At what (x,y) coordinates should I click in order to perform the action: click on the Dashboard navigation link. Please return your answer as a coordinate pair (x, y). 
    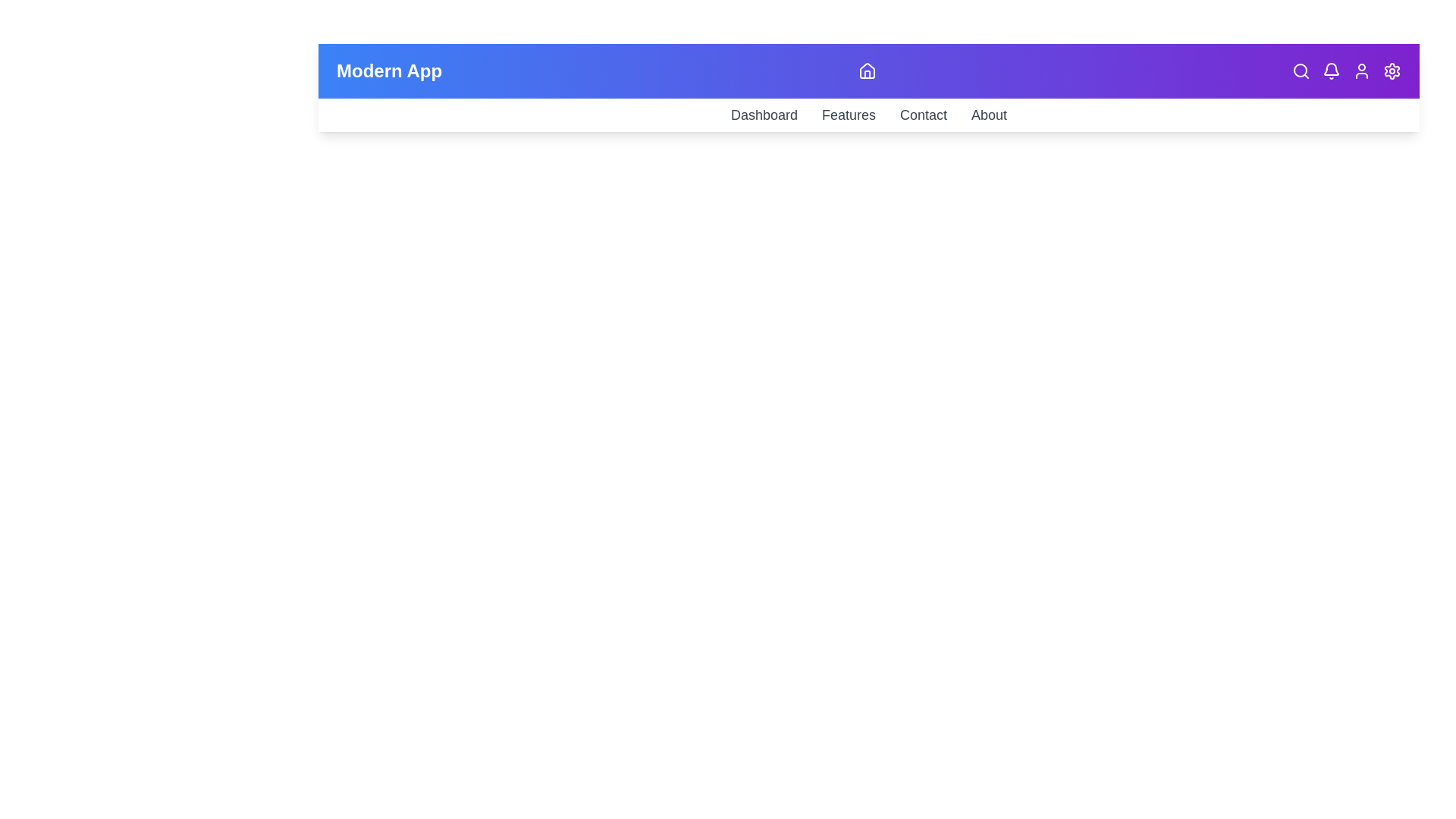
    Looking at the image, I should click on (764, 114).